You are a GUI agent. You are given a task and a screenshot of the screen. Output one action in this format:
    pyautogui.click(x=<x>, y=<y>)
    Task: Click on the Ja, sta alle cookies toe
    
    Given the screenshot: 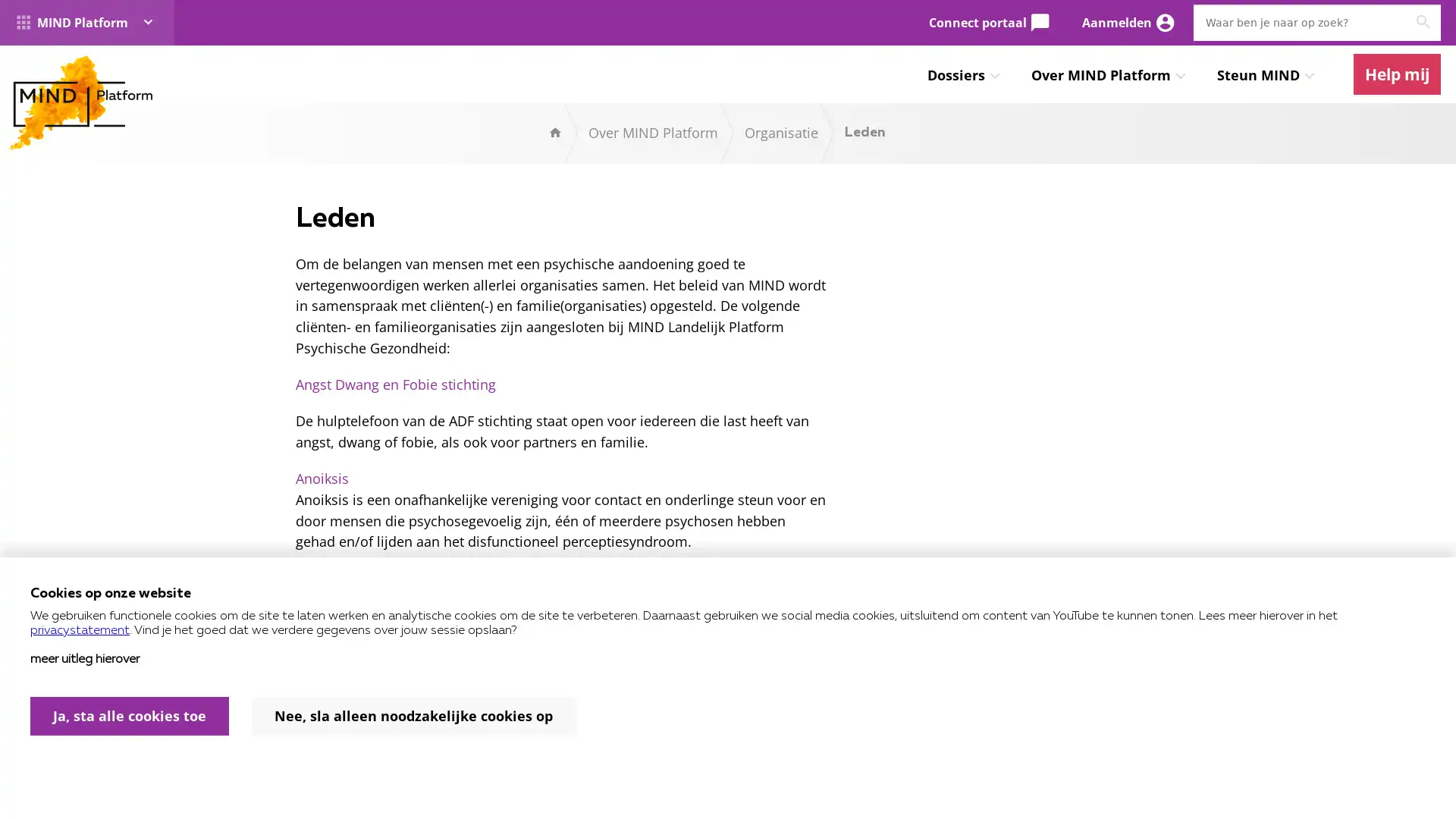 What is the action you would take?
    pyautogui.click(x=130, y=716)
    